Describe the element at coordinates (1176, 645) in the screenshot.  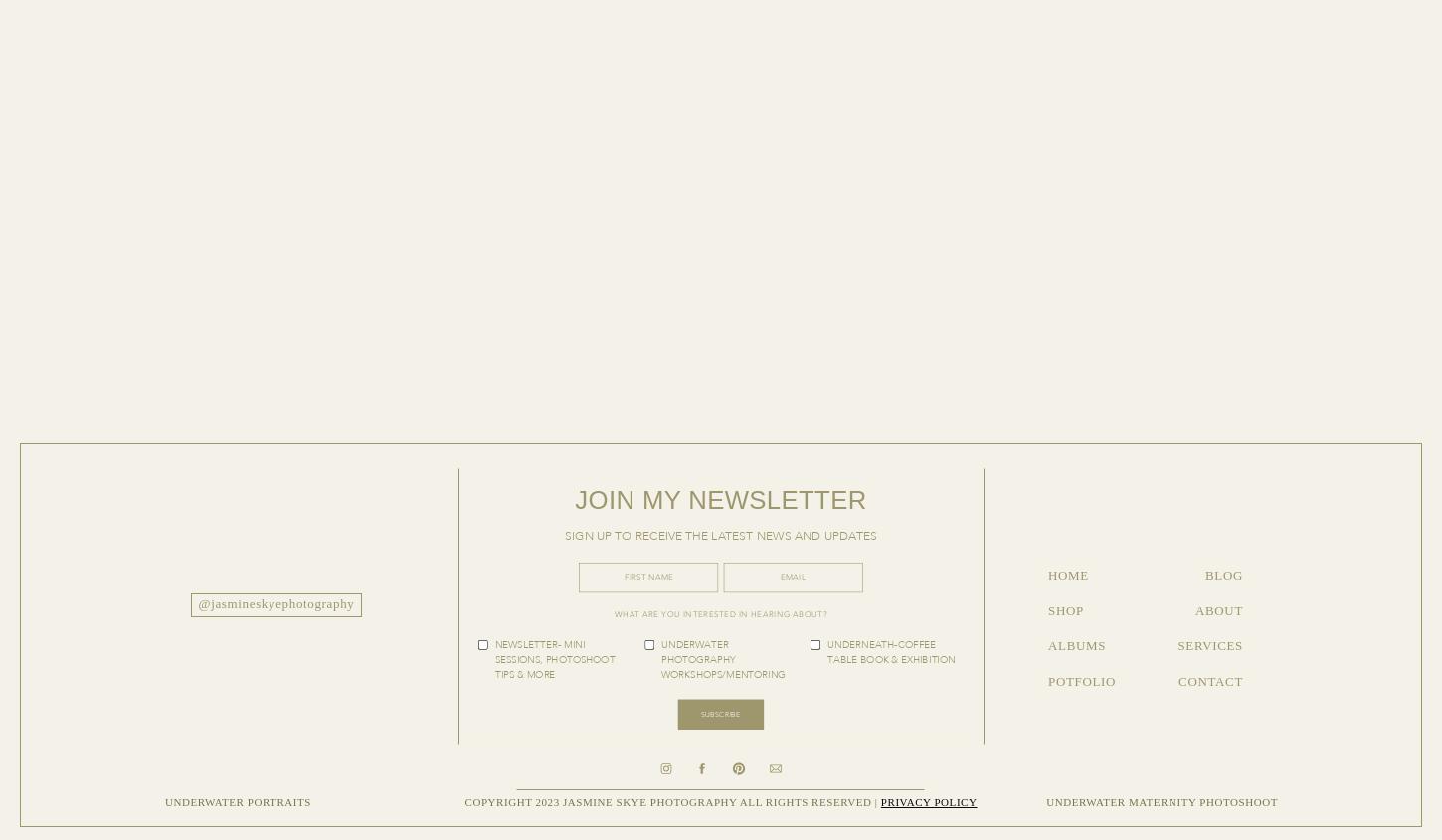
I see `'SERVICES'` at that location.